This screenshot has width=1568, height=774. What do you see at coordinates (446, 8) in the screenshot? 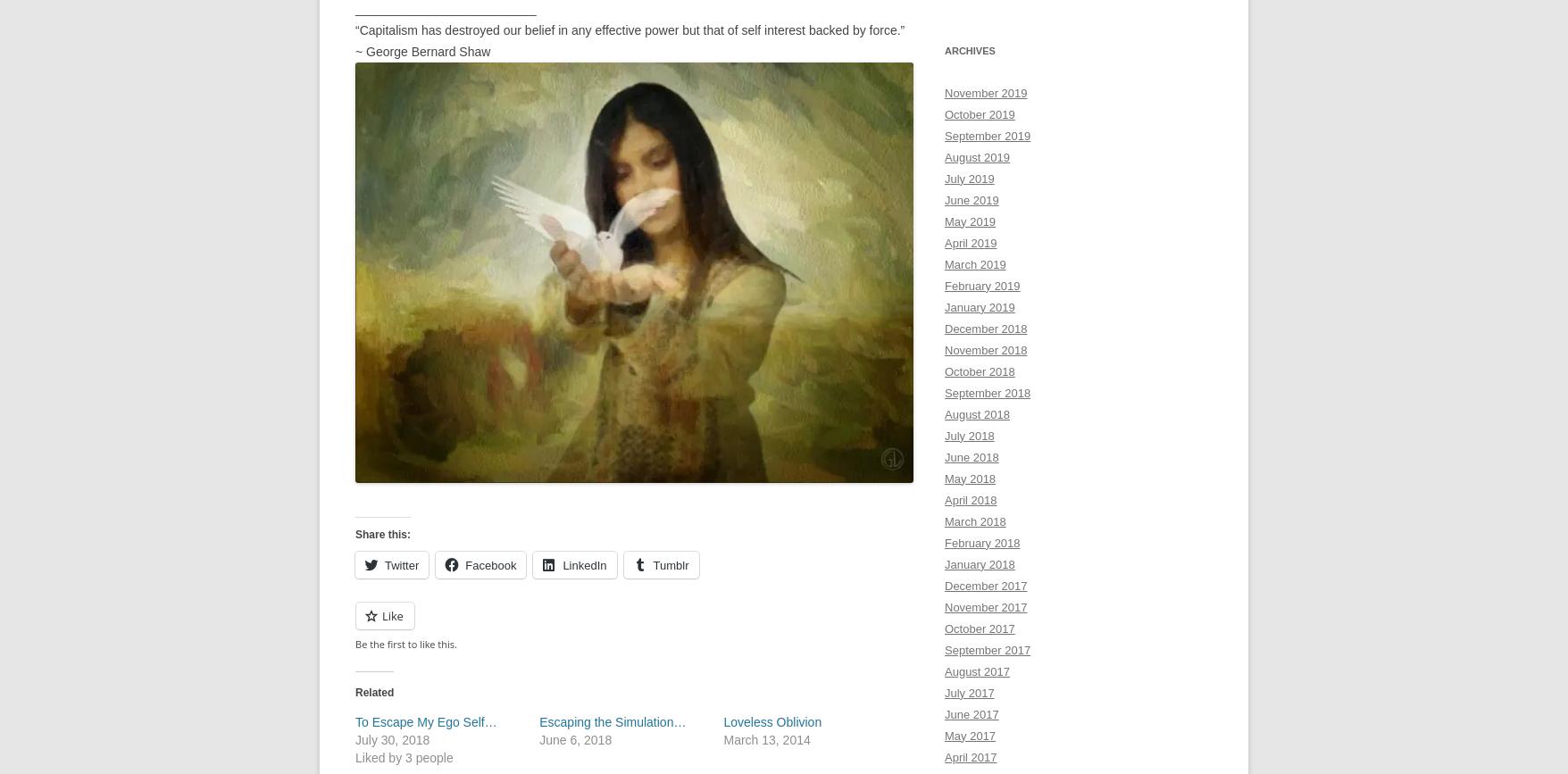
I see `'__________________________'` at bounding box center [446, 8].